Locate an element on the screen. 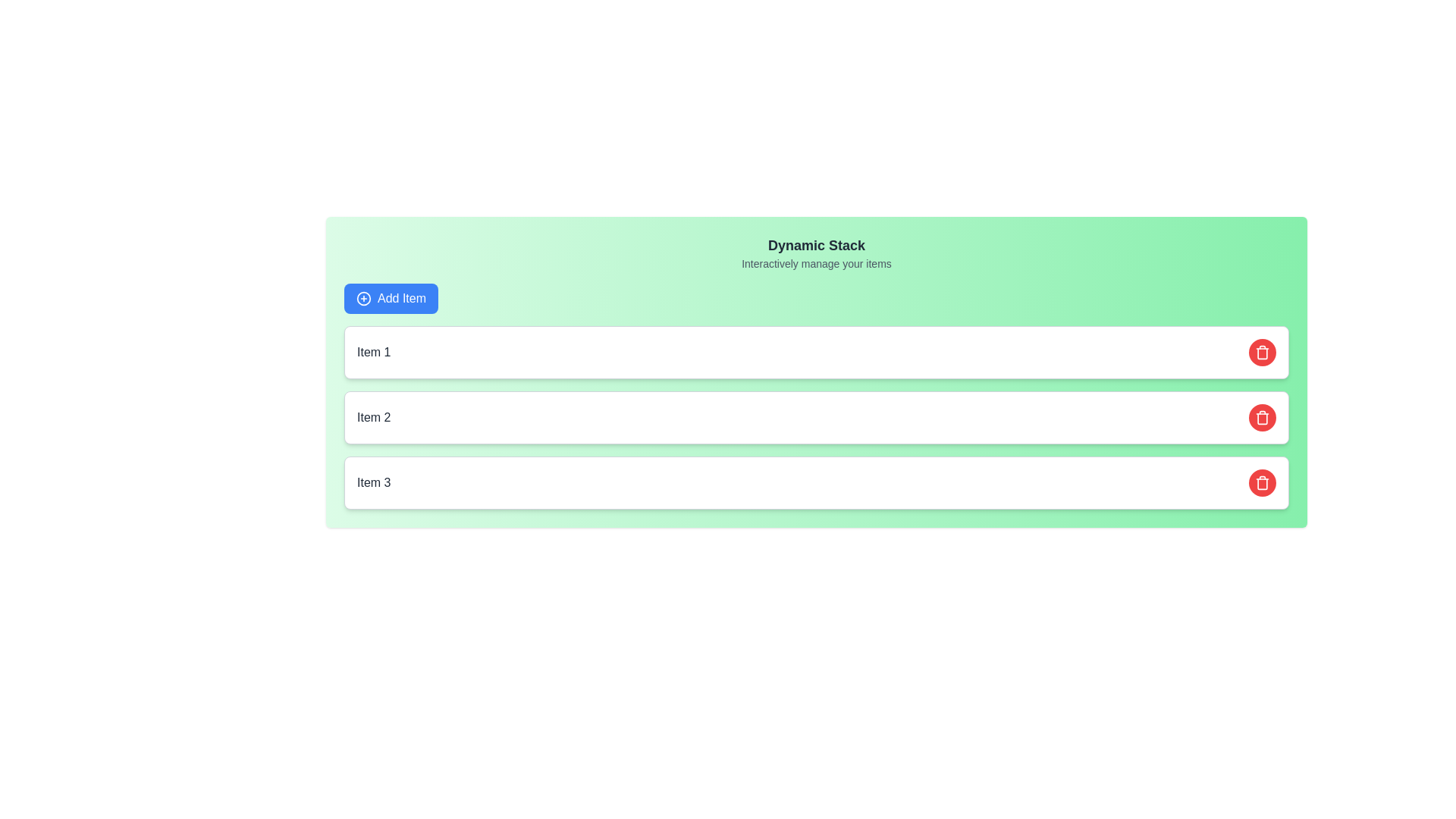 The image size is (1456, 819). the static text label that displays the name of an item in the second card below the 'Add Item' button is located at coordinates (374, 418).